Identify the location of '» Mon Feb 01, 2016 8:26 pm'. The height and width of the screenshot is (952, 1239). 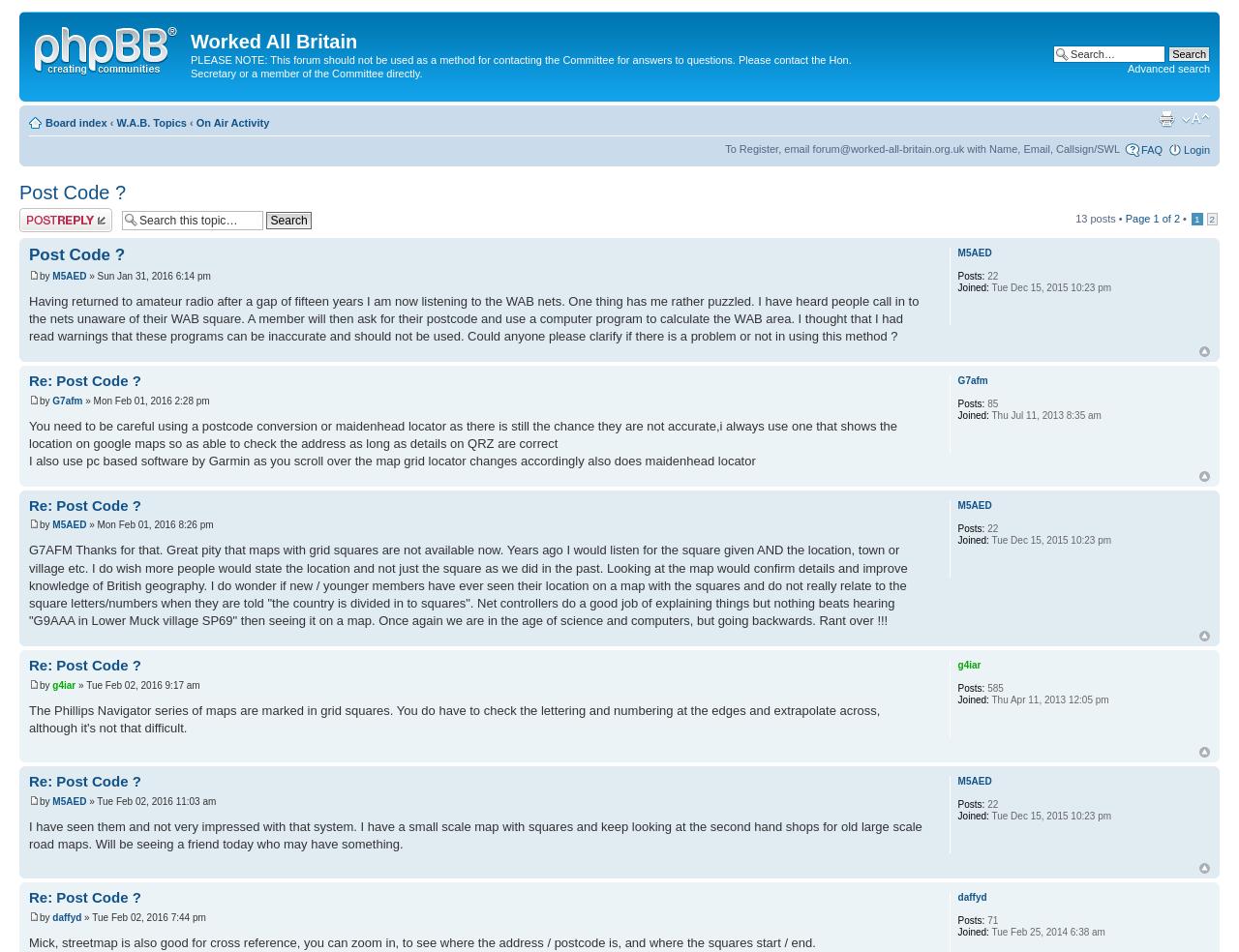
(148, 523).